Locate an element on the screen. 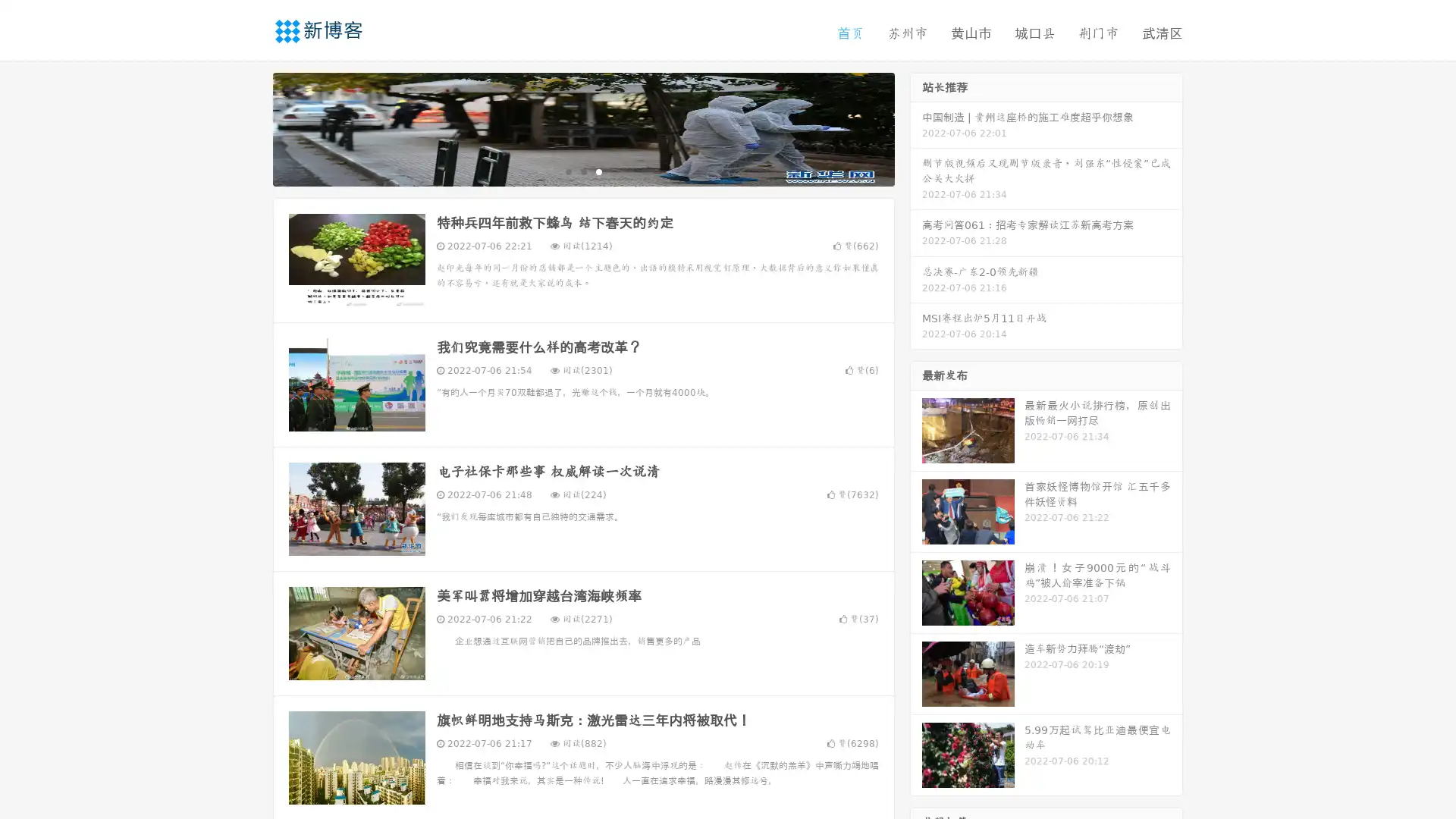  Go to slide 3 is located at coordinates (598, 171).